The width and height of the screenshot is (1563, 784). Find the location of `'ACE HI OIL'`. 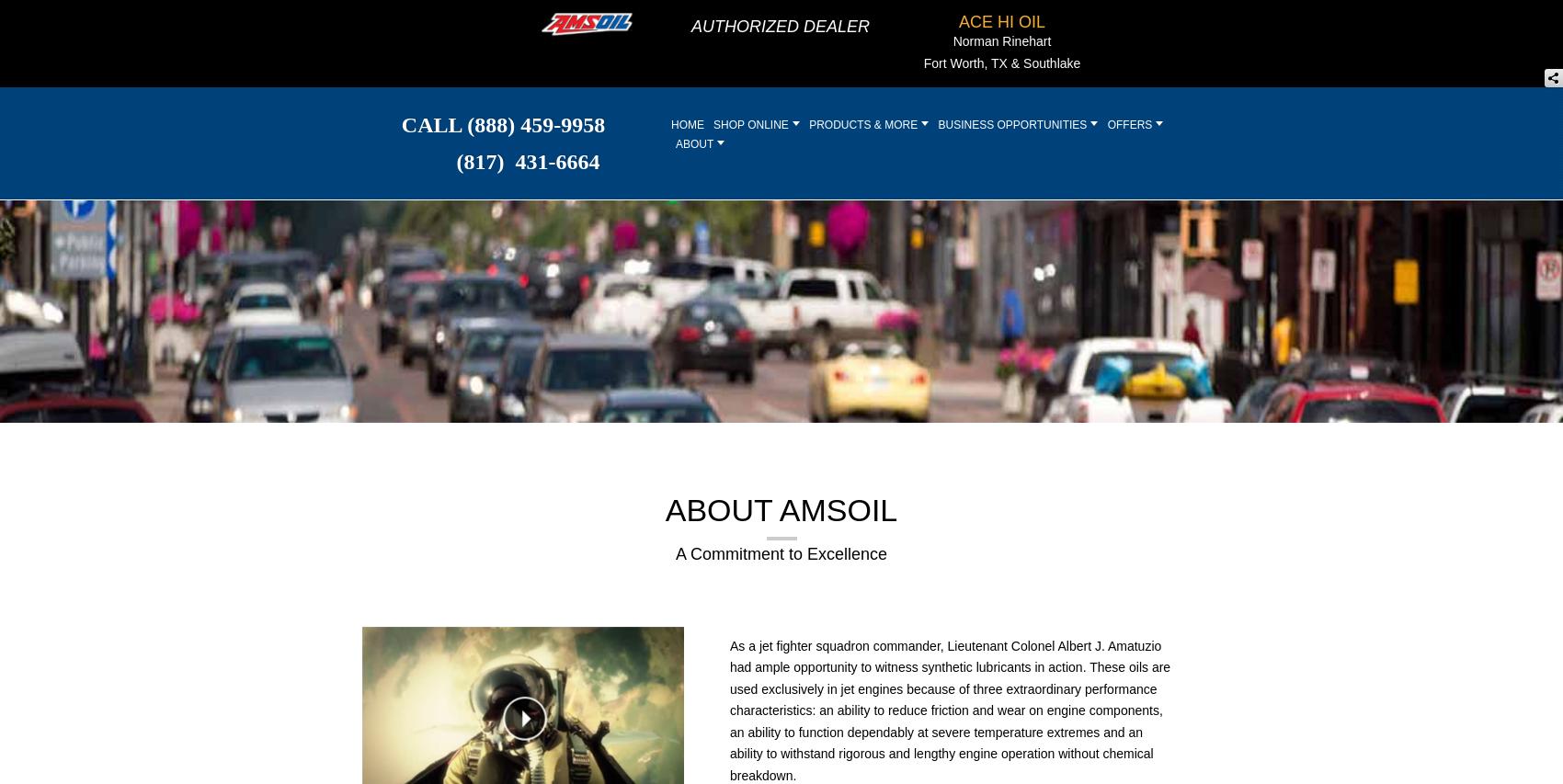

'ACE HI OIL' is located at coordinates (1001, 20).